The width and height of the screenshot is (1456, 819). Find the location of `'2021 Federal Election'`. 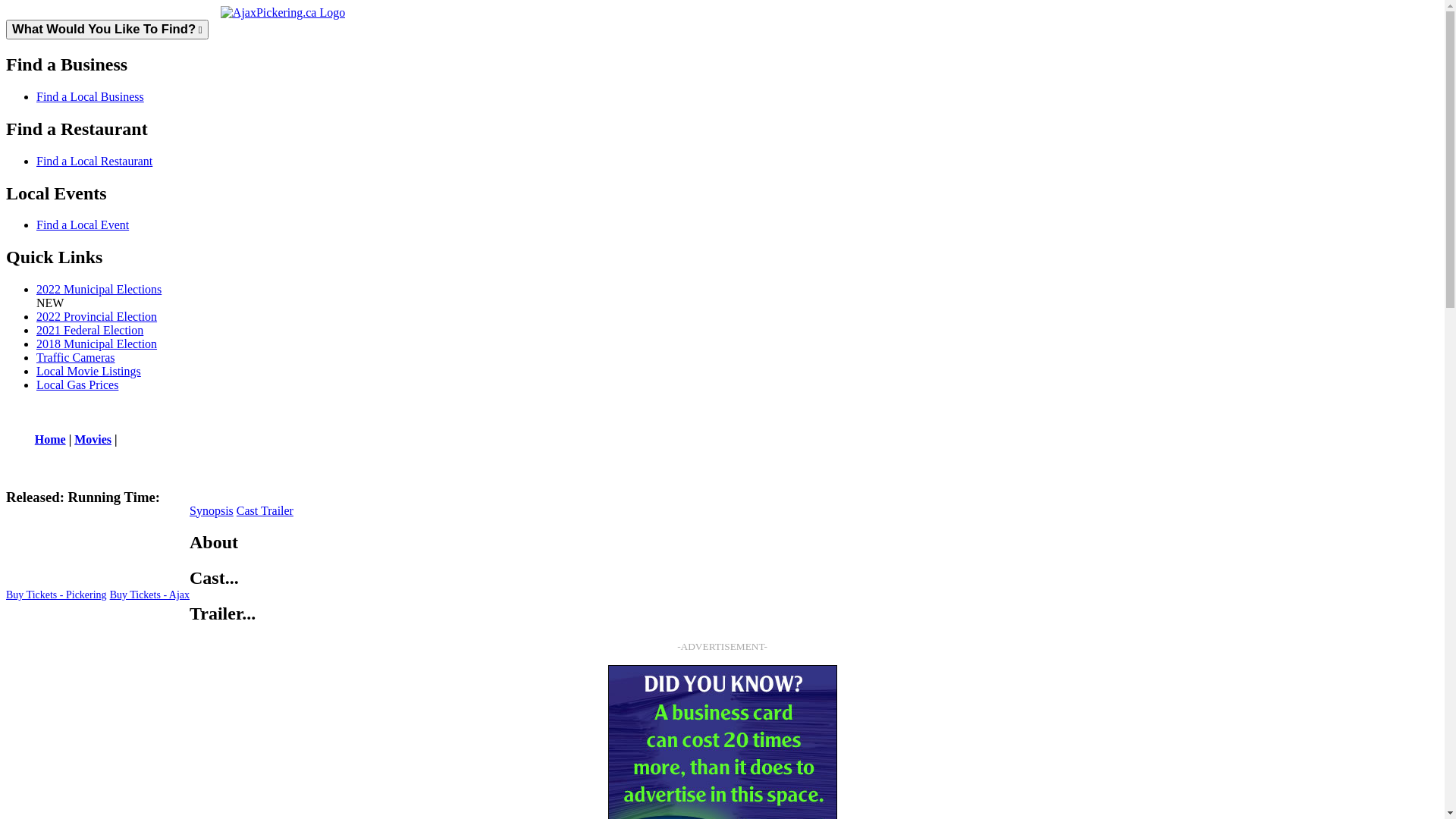

'2021 Federal Election' is located at coordinates (89, 329).